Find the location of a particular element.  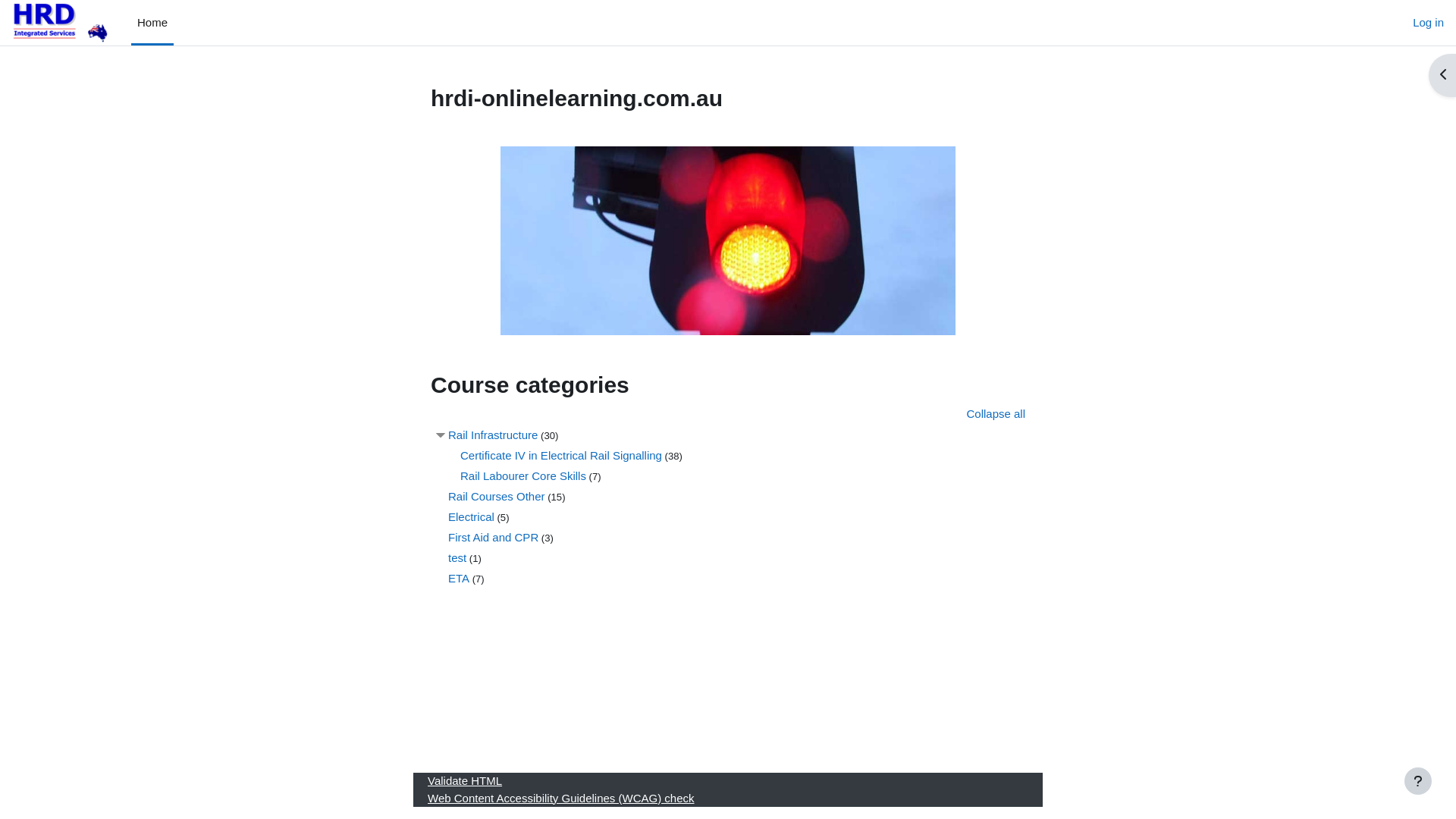

'First Aid and CPR' is located at coordinates (493, 536).